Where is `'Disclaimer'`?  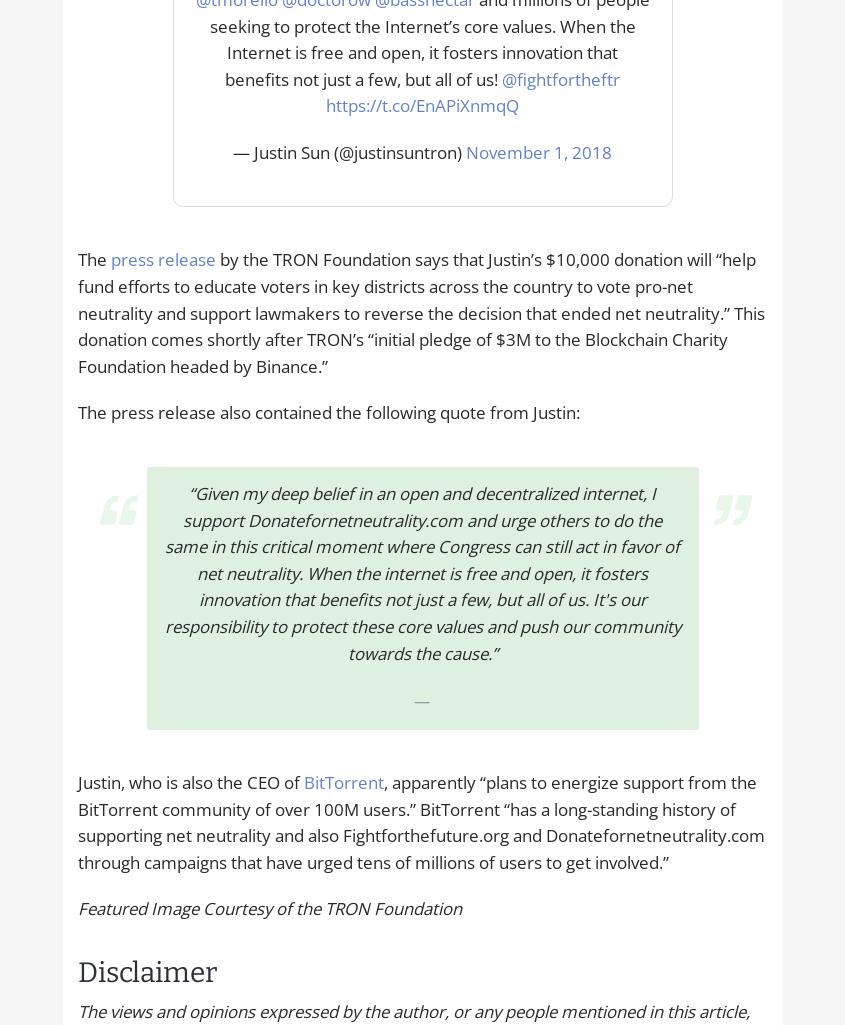
'Disclaimer' is located at coordinates (75, 971).